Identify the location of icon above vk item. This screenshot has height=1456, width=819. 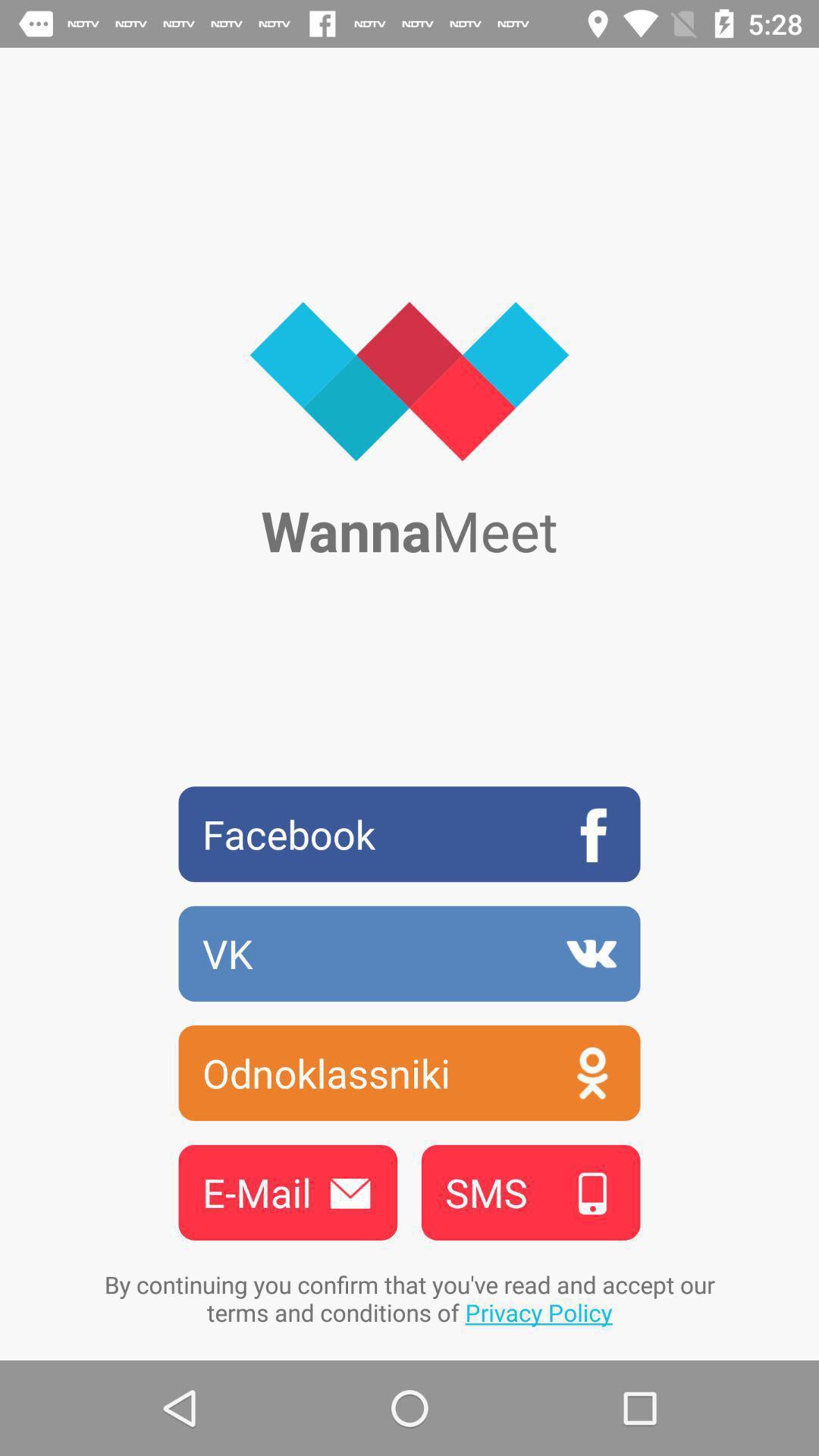
(409, 833).